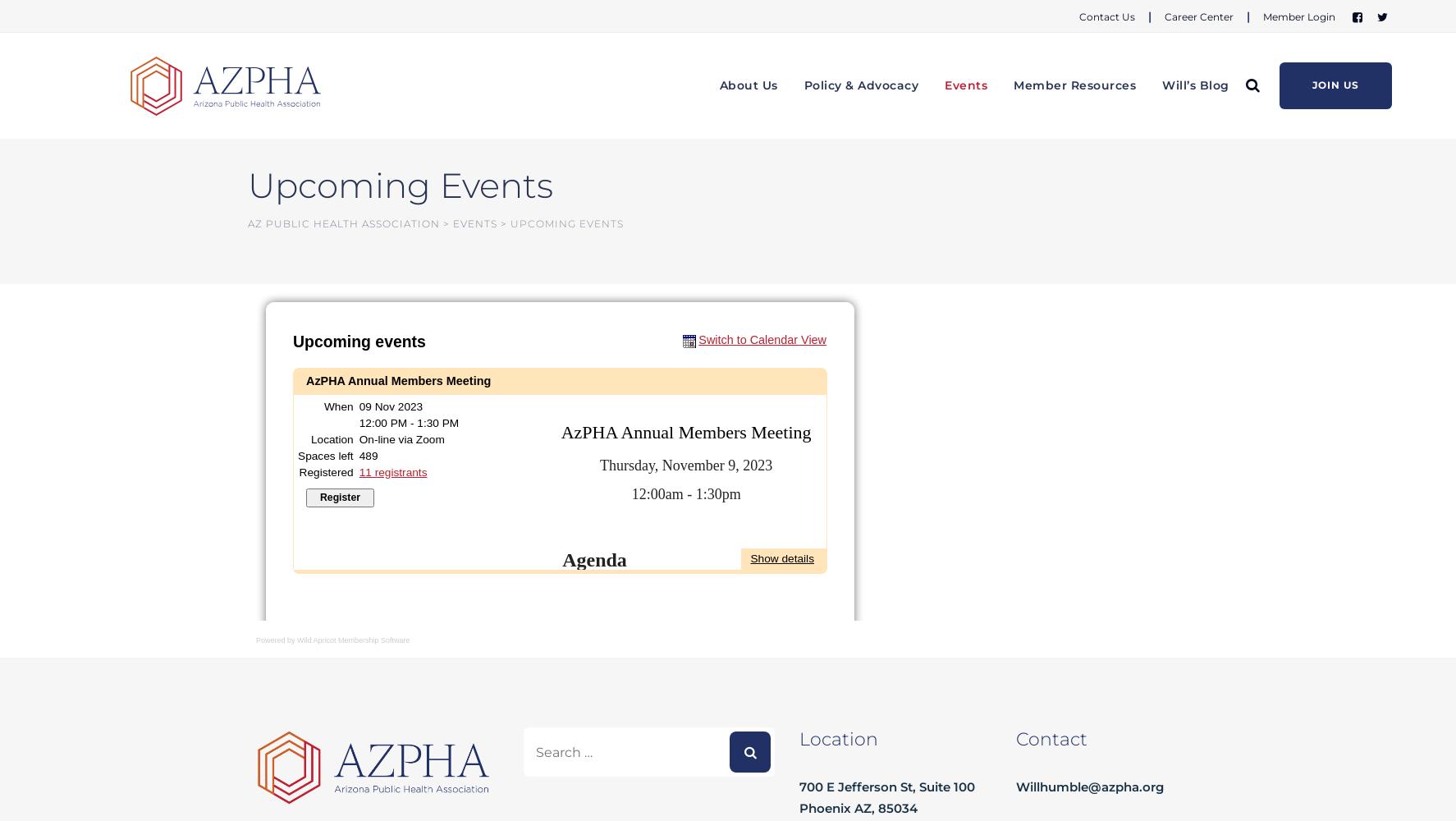 The height and width of the screenshot is (821, 1456). What do you see at coordinates (1198, 16) in the screenshot?
I see `'Career Center'` at bounding box center [1198, 16].